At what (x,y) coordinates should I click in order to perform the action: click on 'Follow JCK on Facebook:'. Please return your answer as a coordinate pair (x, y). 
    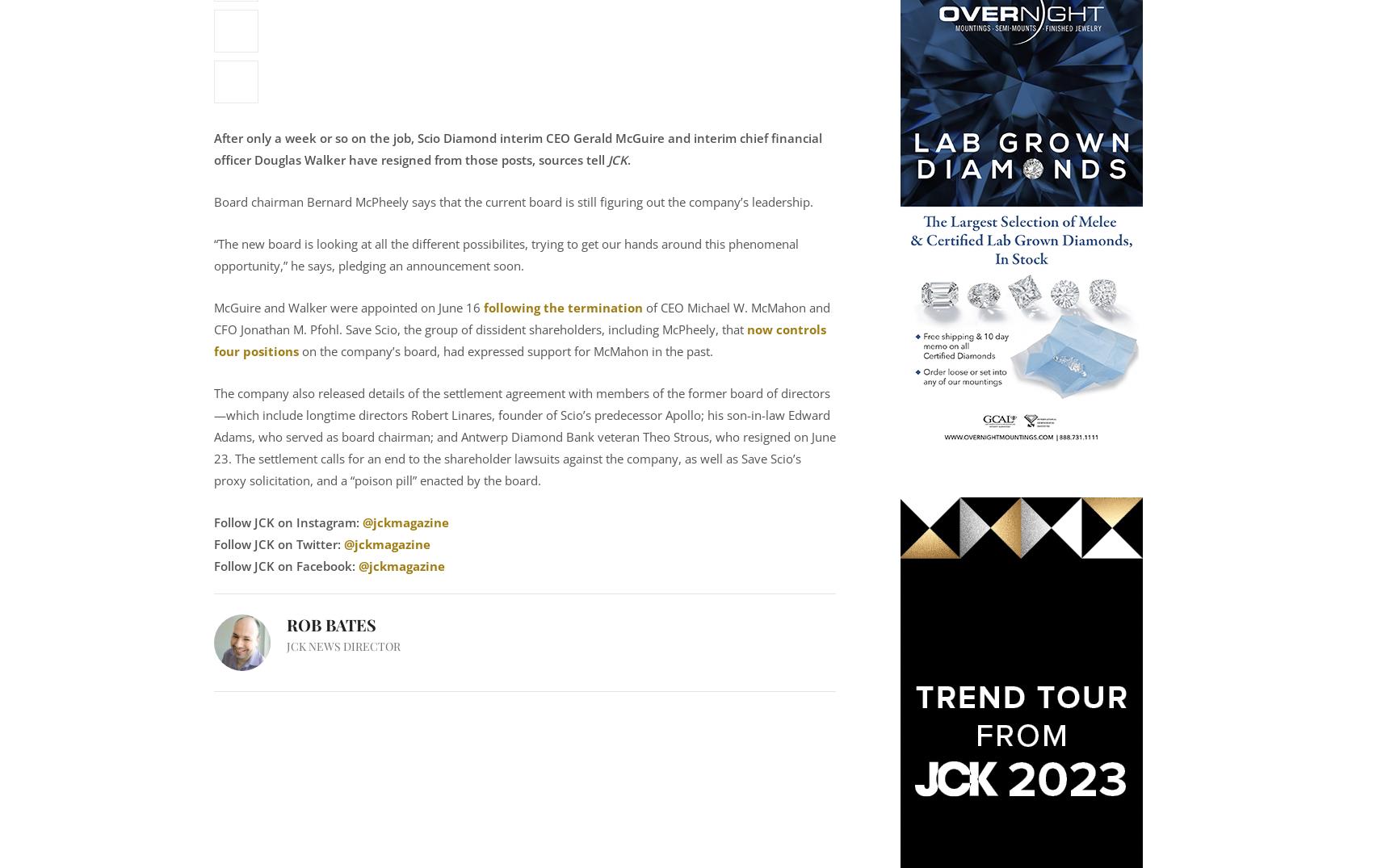
    Looking at the image, I should click on (283, 564).